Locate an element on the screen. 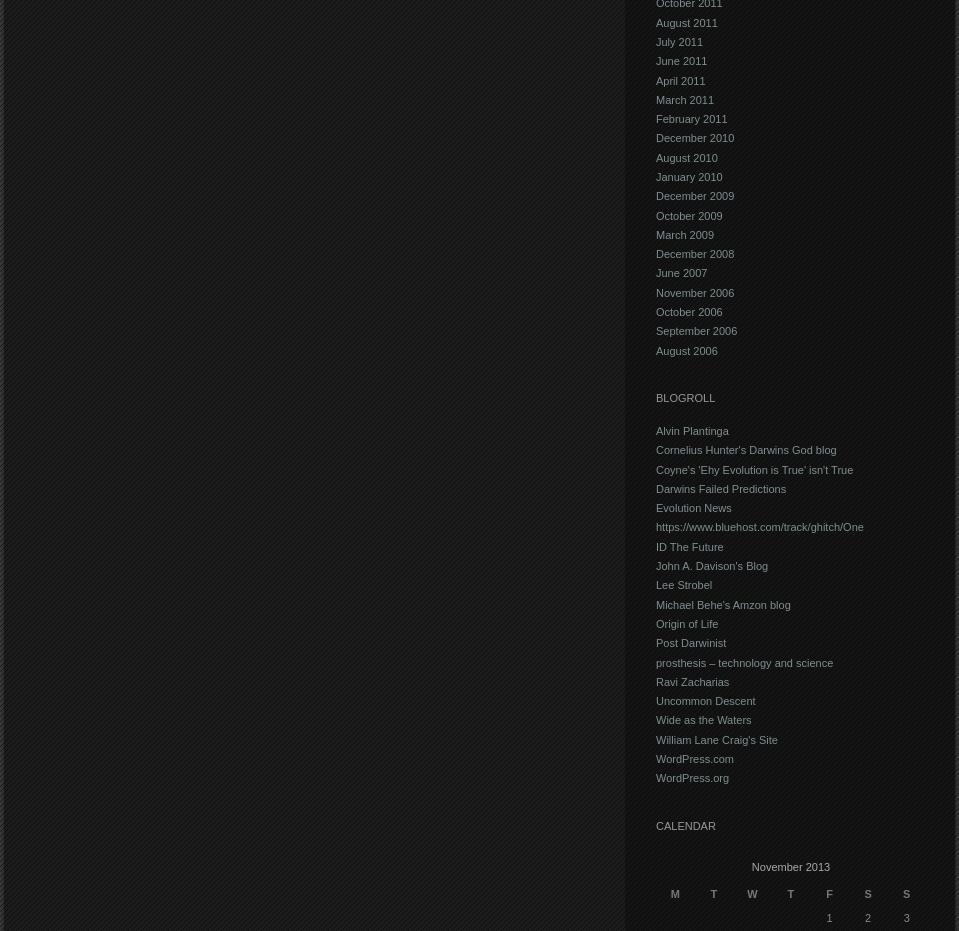 The image size is (959, 931). 'February 2011' is located at coordinates (690, 118).